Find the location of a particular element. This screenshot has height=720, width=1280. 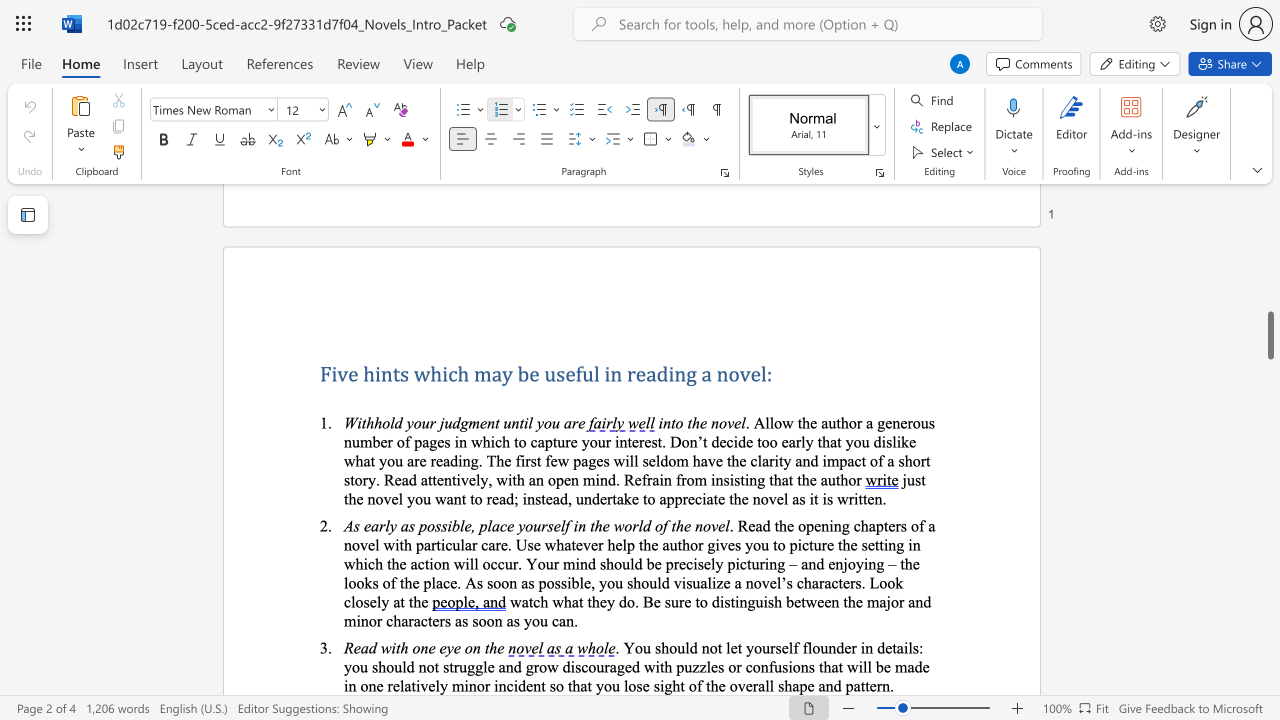

the 2th character "z" in the text is located at coordinates (703, 666).